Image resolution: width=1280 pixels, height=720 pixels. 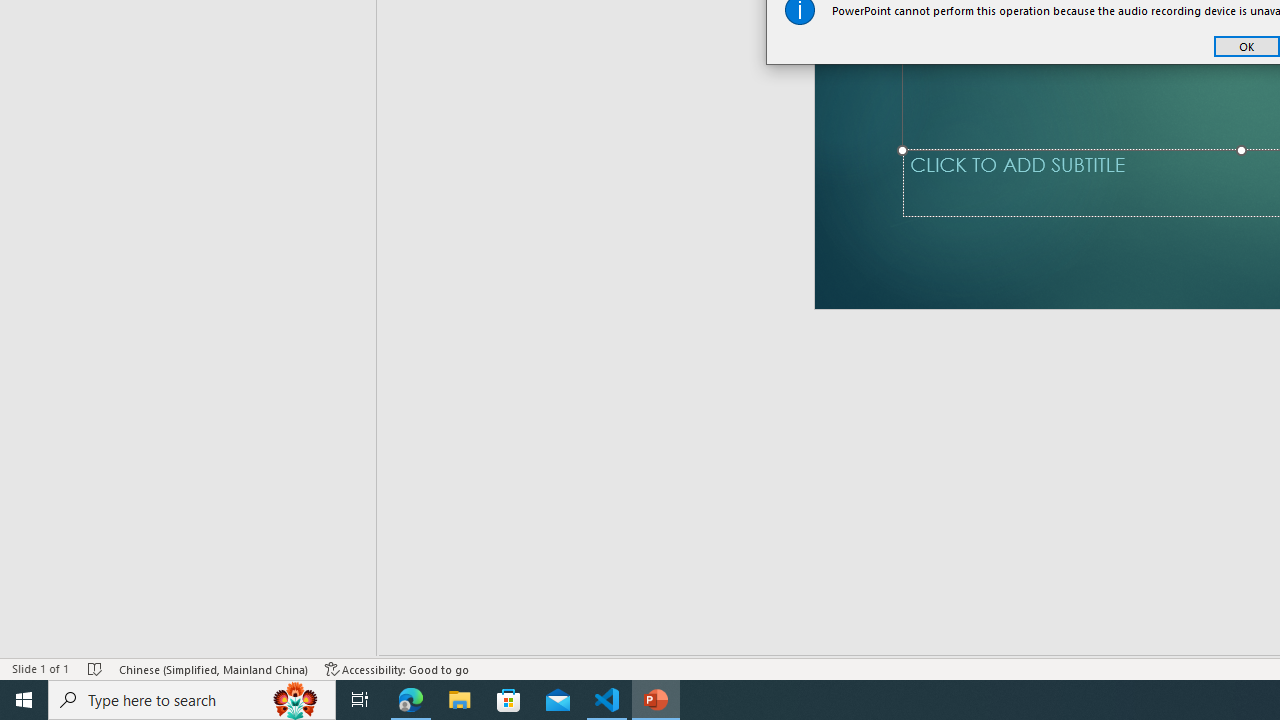 I want to click on 'Task View', so click(x=359, y=698).